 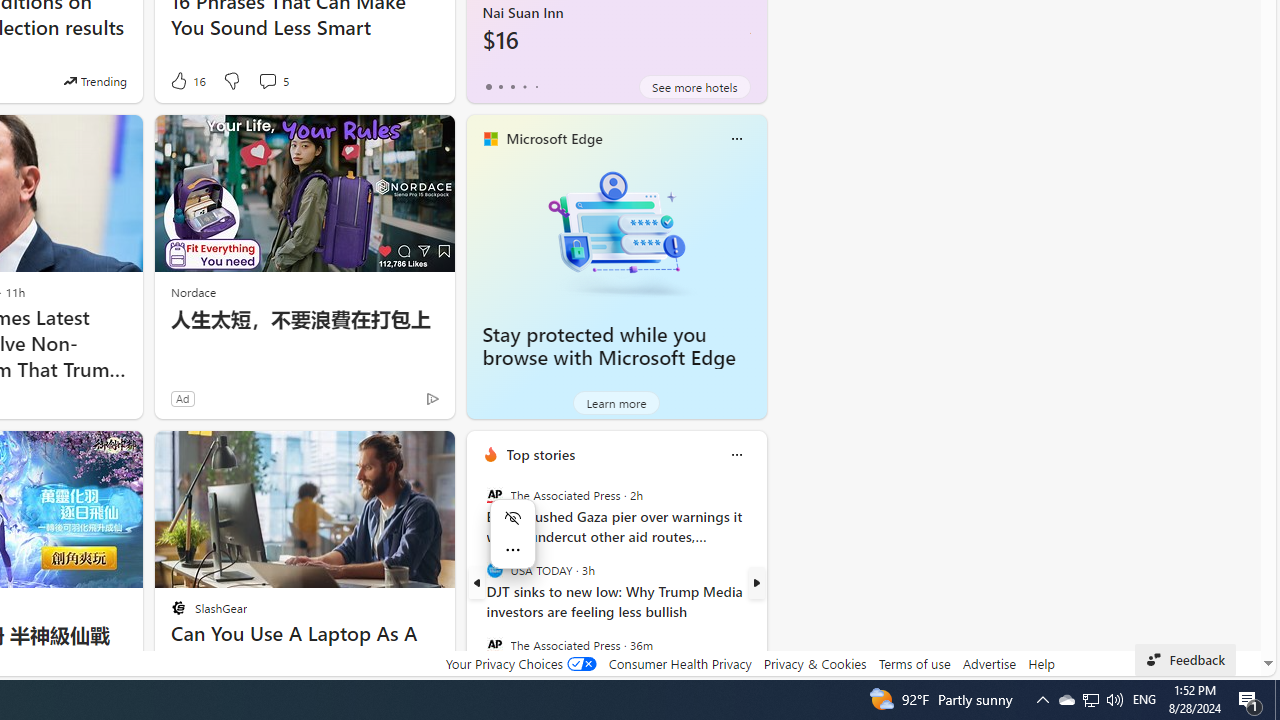 I want to click on 'This story is trending', so click(x=94, y=80).